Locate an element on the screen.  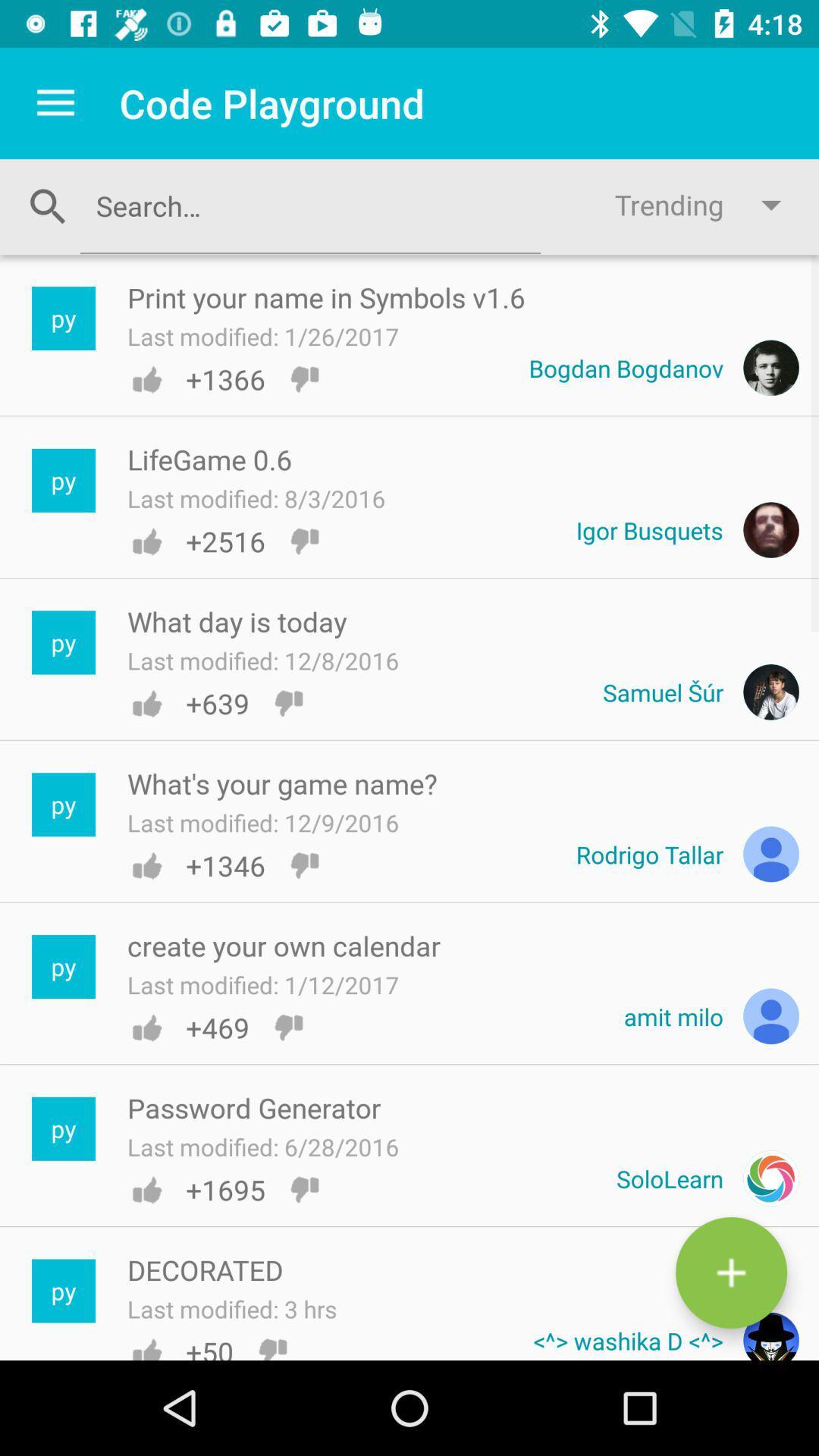
search pega is located at coordinates (309, 205).